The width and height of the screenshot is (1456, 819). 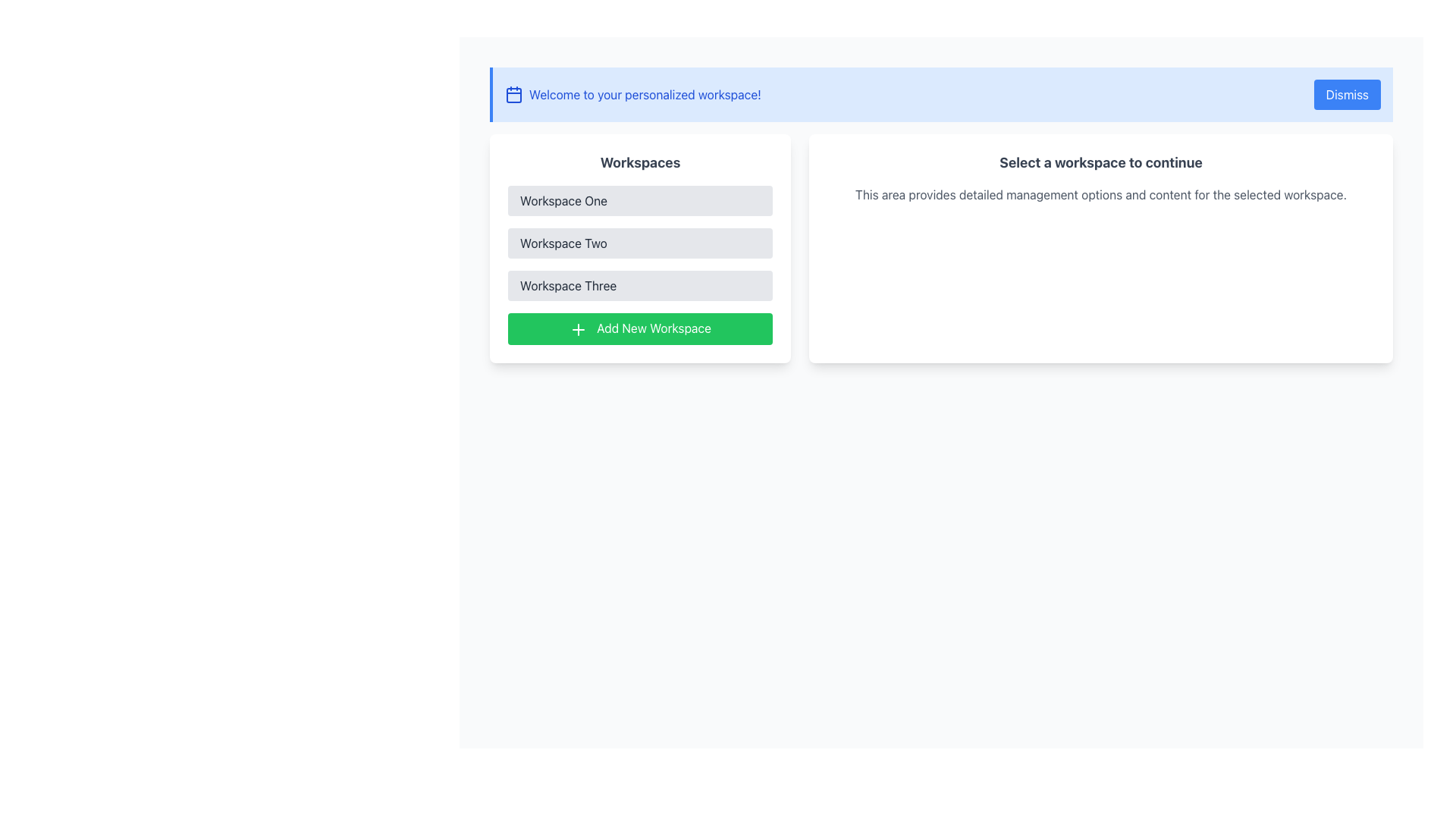 I want to click on the selectable item representing 'Workspace Two' in the vertical list of workspaces located on the left side of the interface, so click(x=640, y=242).